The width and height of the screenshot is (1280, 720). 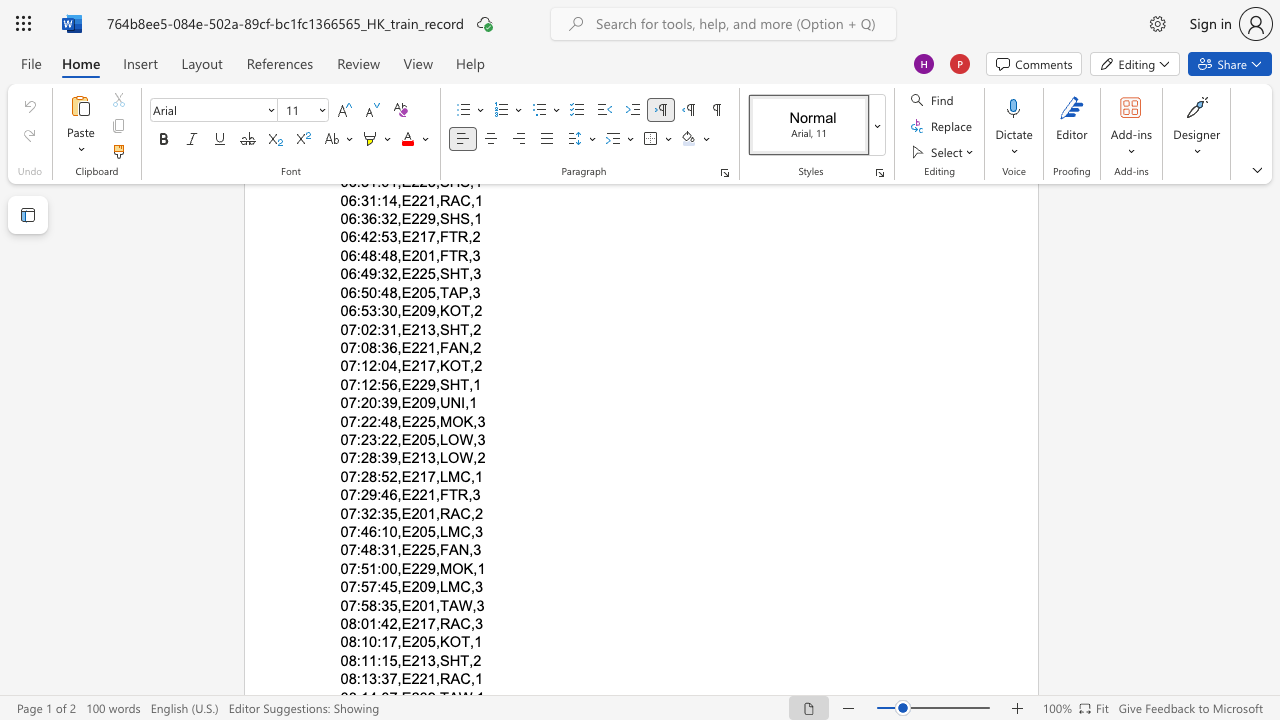 I want to click on the subset text ":23" within the text "07:23:22,E205,LOW,3", so click(x=356, y=438).